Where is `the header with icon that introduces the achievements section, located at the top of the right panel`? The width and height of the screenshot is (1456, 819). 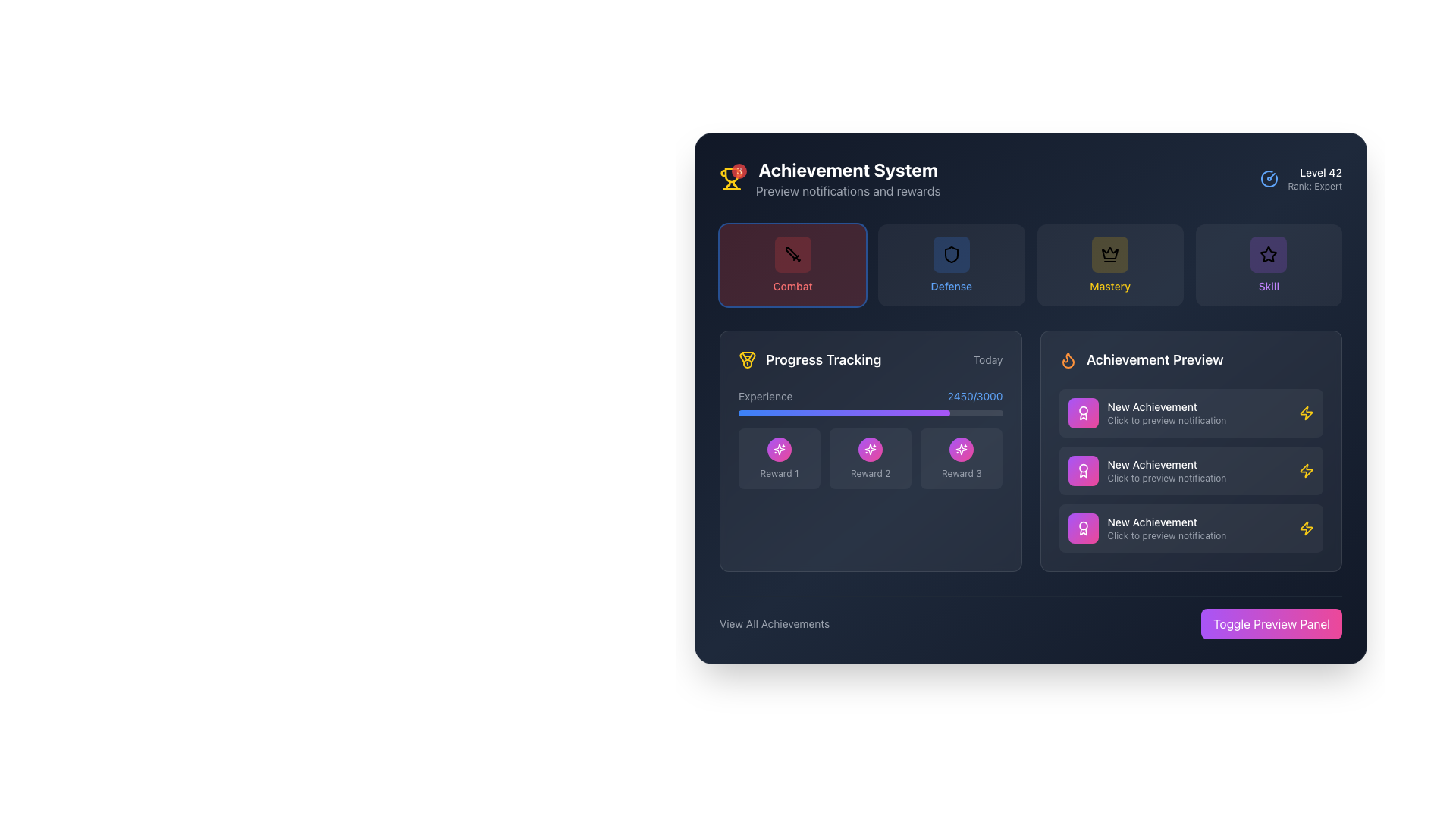 the header with icon that introduces the achievements section, located at the top of the right panel is located at coordinates (1190, 359).